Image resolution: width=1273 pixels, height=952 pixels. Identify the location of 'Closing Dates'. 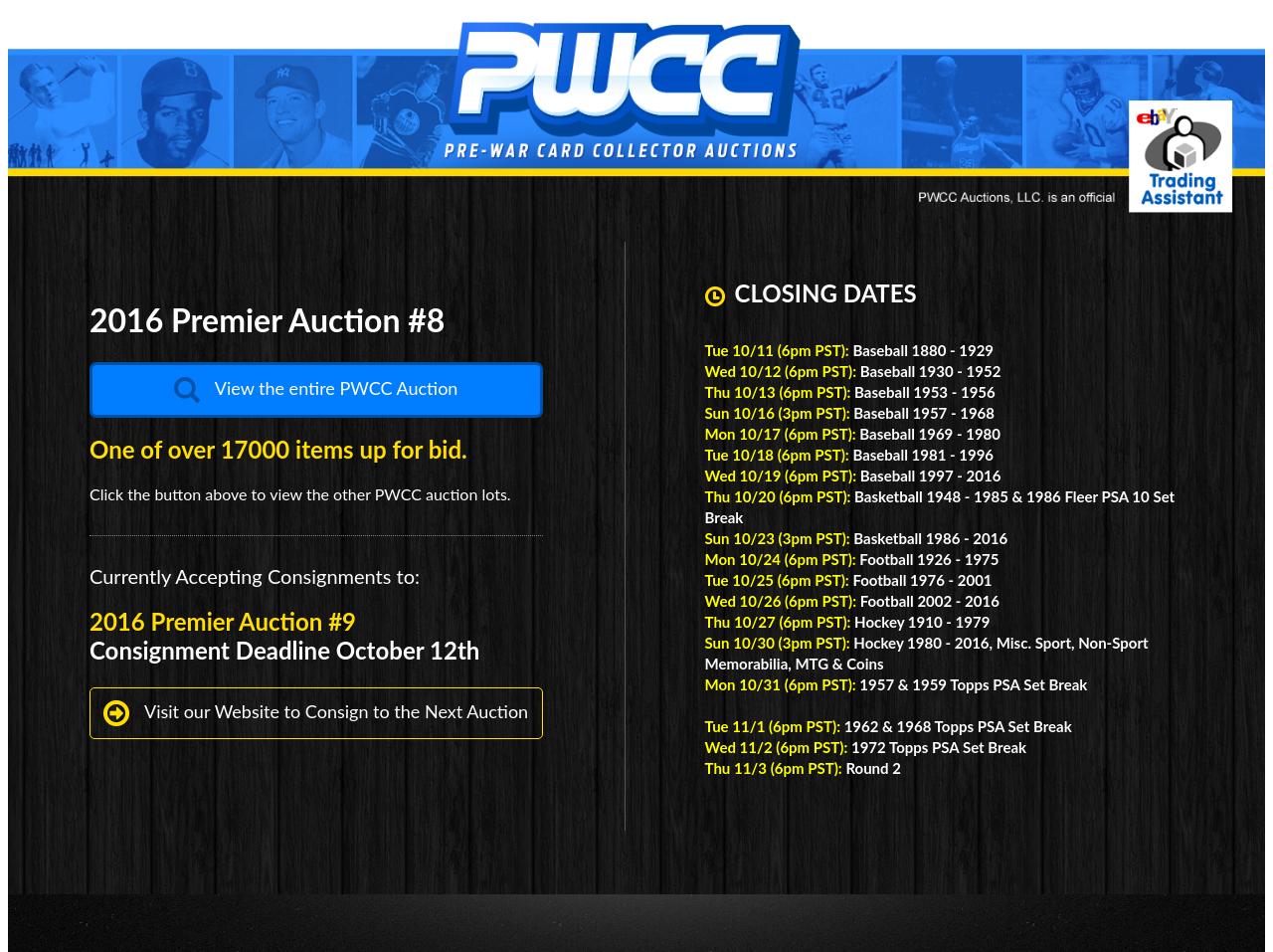
(824, 294).